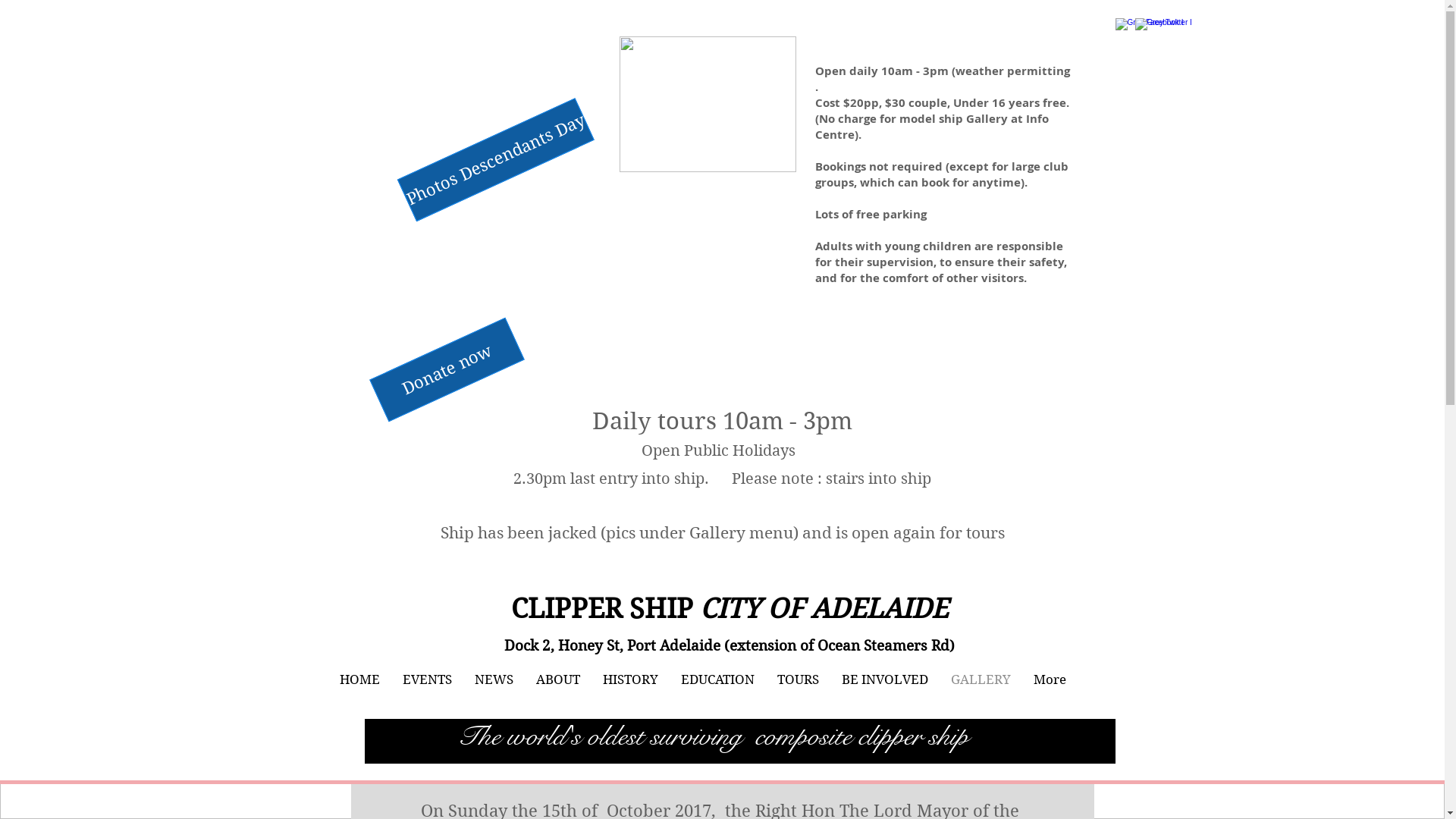 This screenshot has width=1456, height=819. What do you see at coordinates (797, 679) in the screenshot?
I see `'TOURS'` at bounding box center [797, 679].